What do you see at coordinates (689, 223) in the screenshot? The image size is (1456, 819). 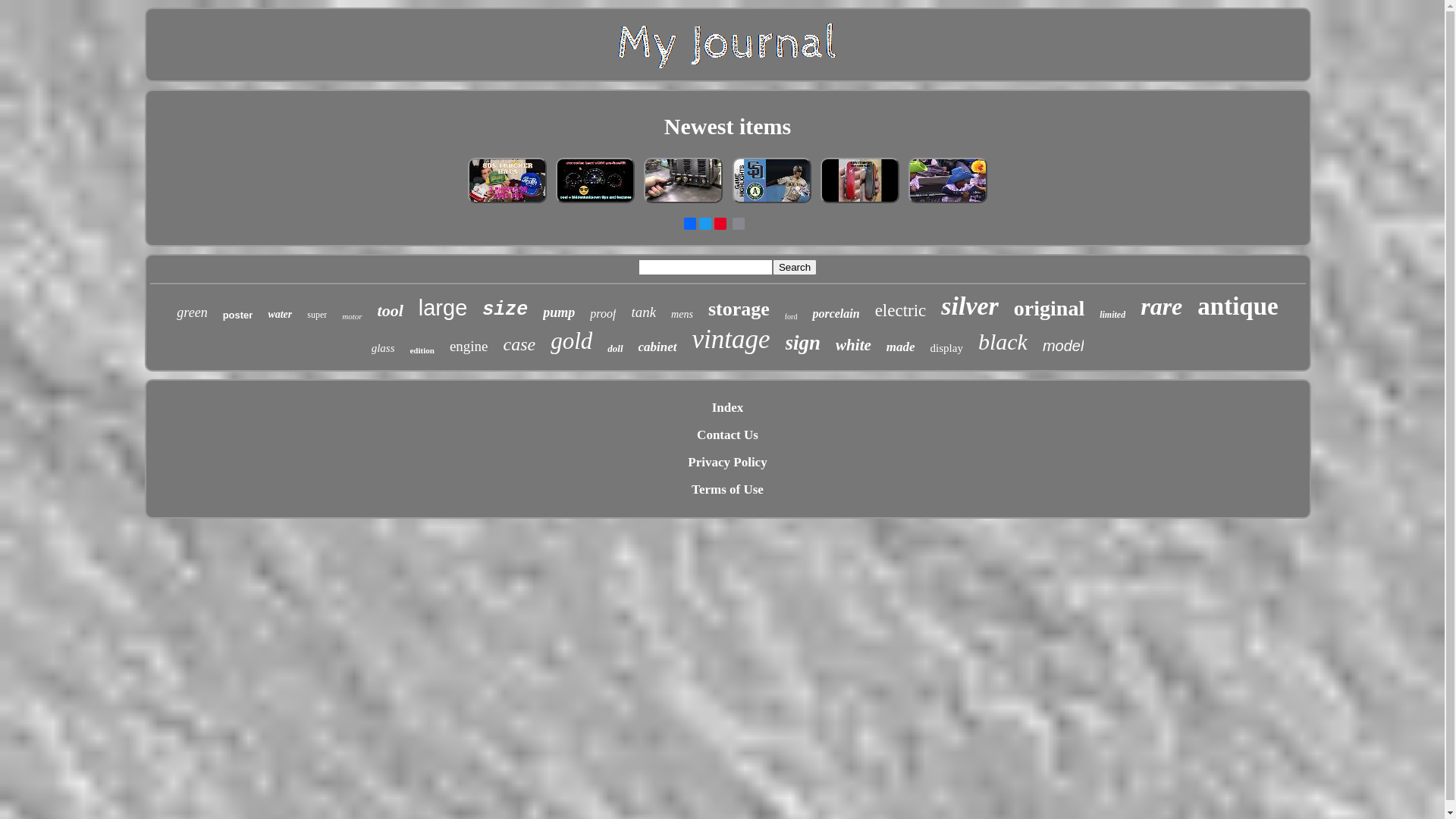 I see `'Facebook'` at bounding box center [689, 223].